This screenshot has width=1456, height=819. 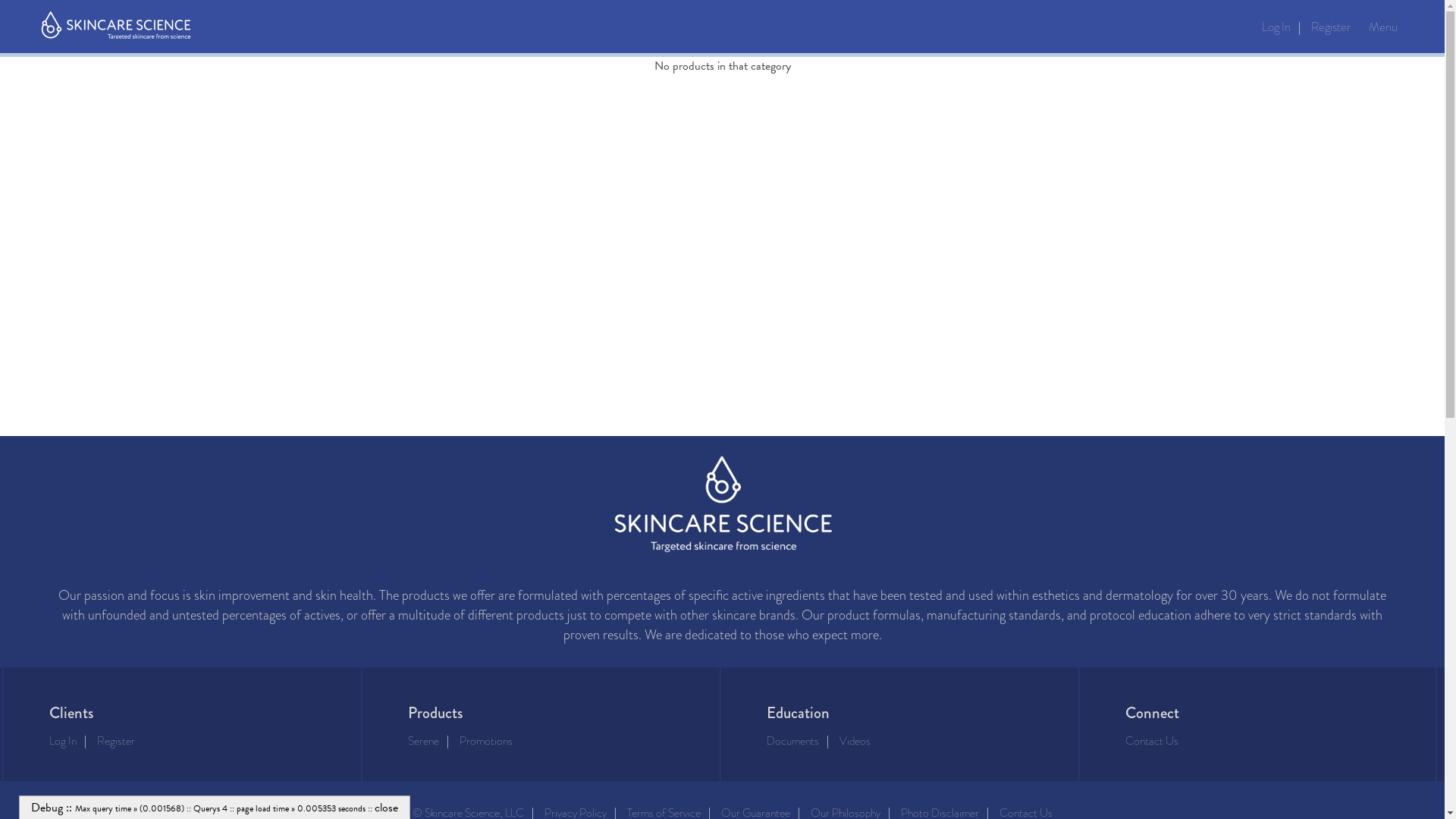 What do you see at coordinates (458, 739) in the screenshot?
I see `'Promotions'` at bounding box center [458, 739].